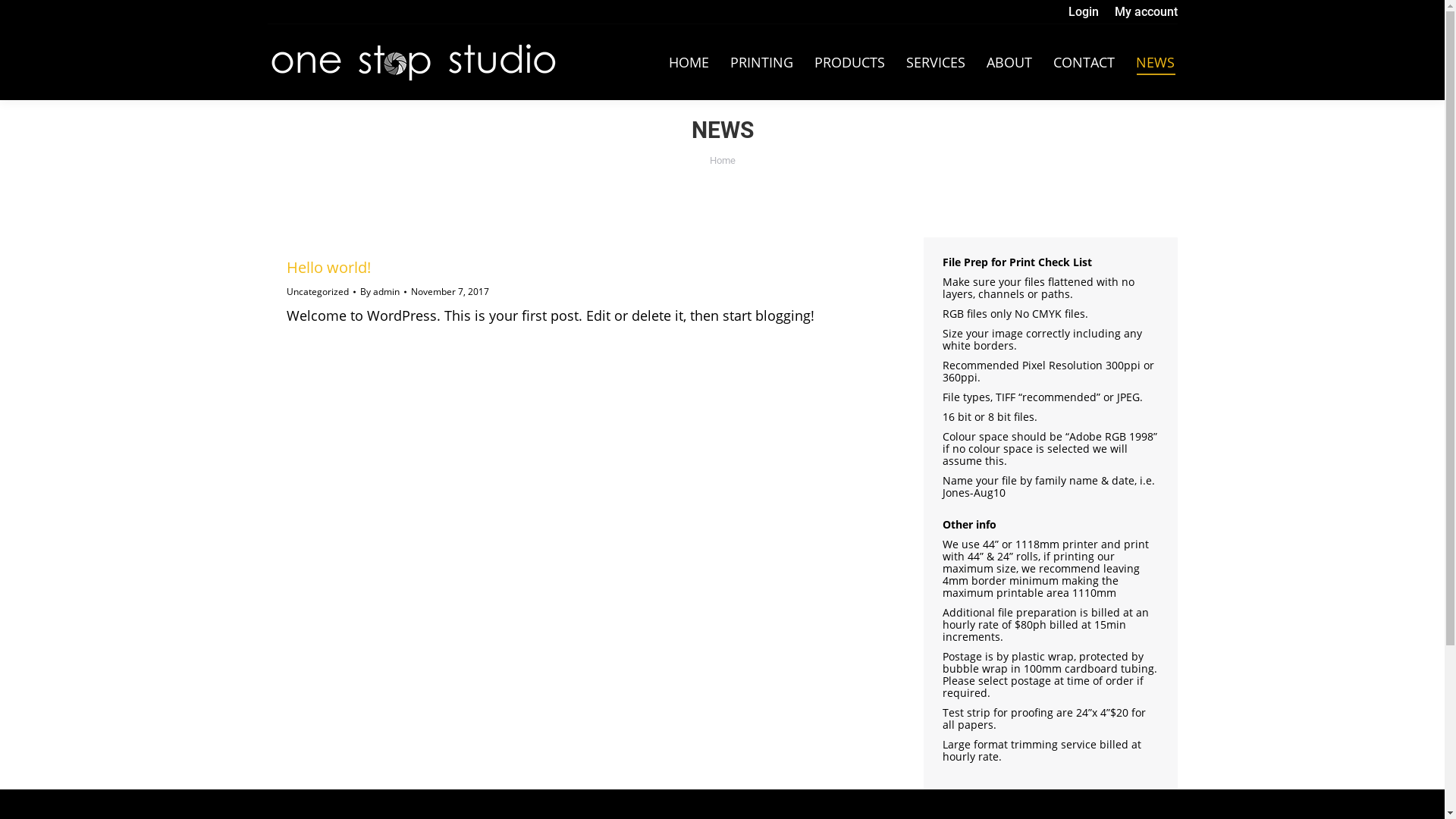  I want to click on 'SERVICES', so click(934, 61).